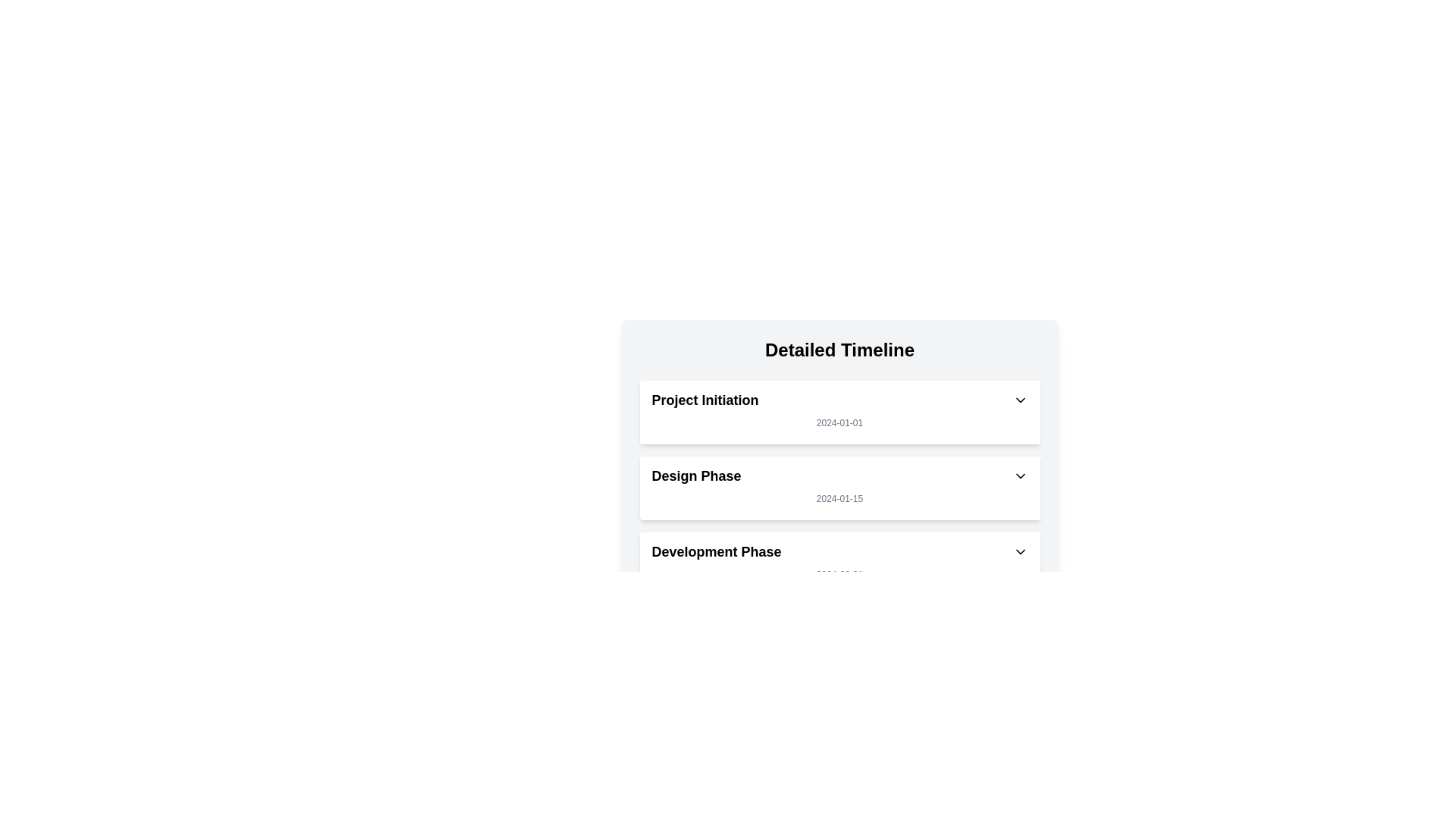 This screenshot has height=819, width=1456. I want to click on the 'Detailed Timeline' header label, which is styled with bold, 2xl-sized text and is centrally aligned at the top of its section, so click(839, 350).